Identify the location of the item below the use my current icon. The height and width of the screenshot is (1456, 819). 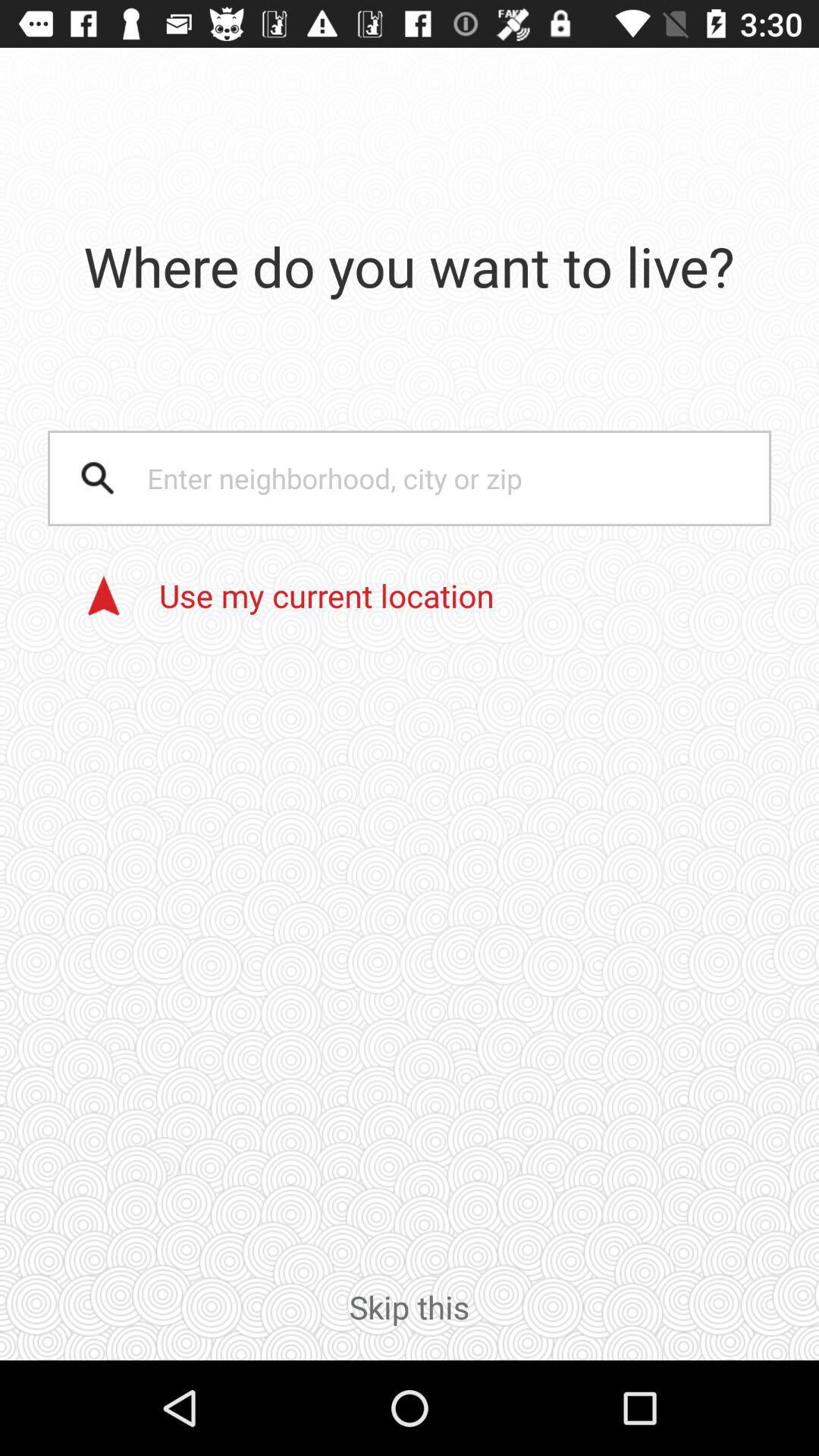
(409, 1322).